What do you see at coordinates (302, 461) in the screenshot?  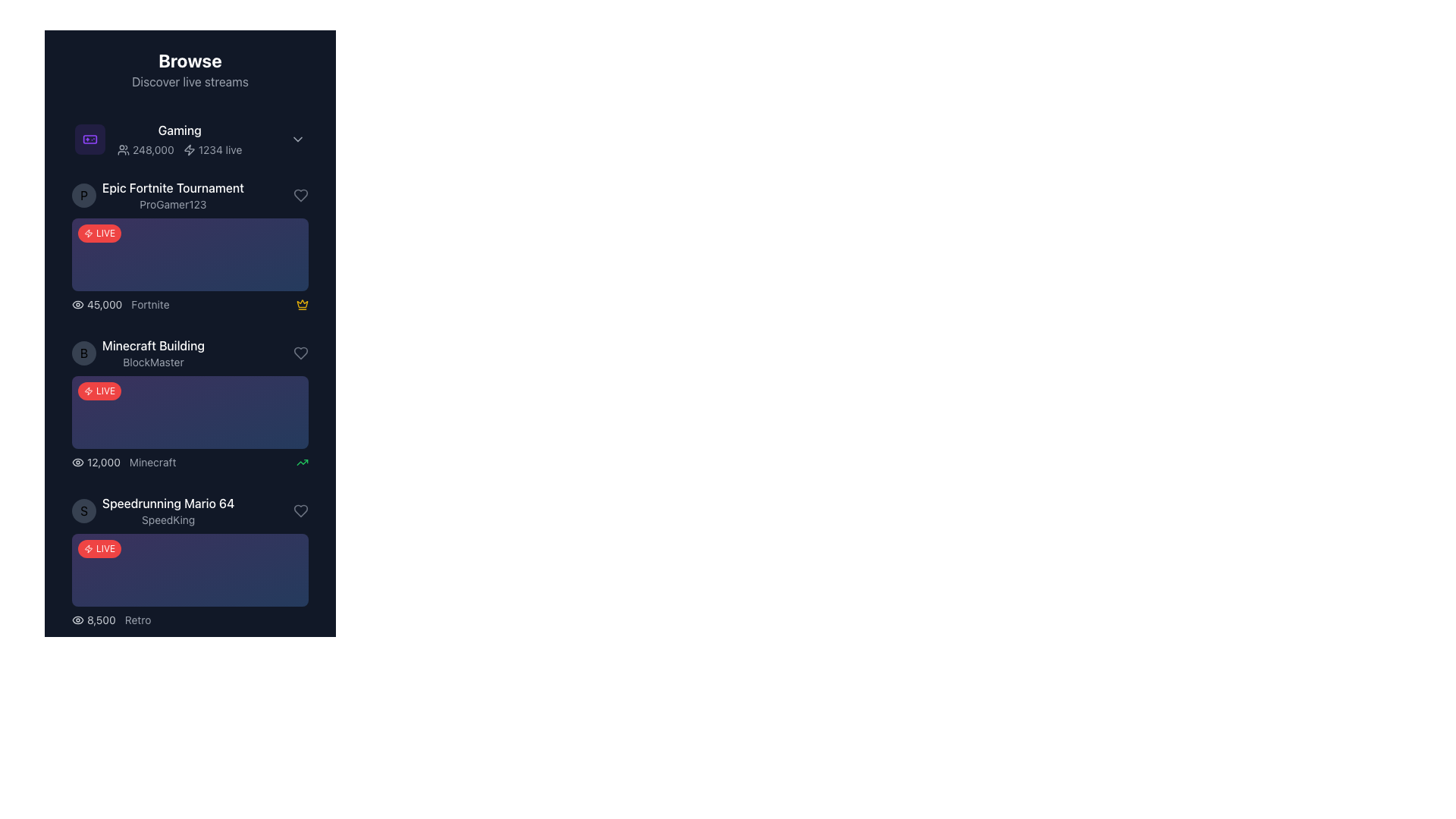 I see `the arrow indicator icon associated with the 'Minecraft Building' listing, located towards the right end of the listing, adjacent to textual details and icons indicating statistics or metadata` at bounding box center [302, 461].